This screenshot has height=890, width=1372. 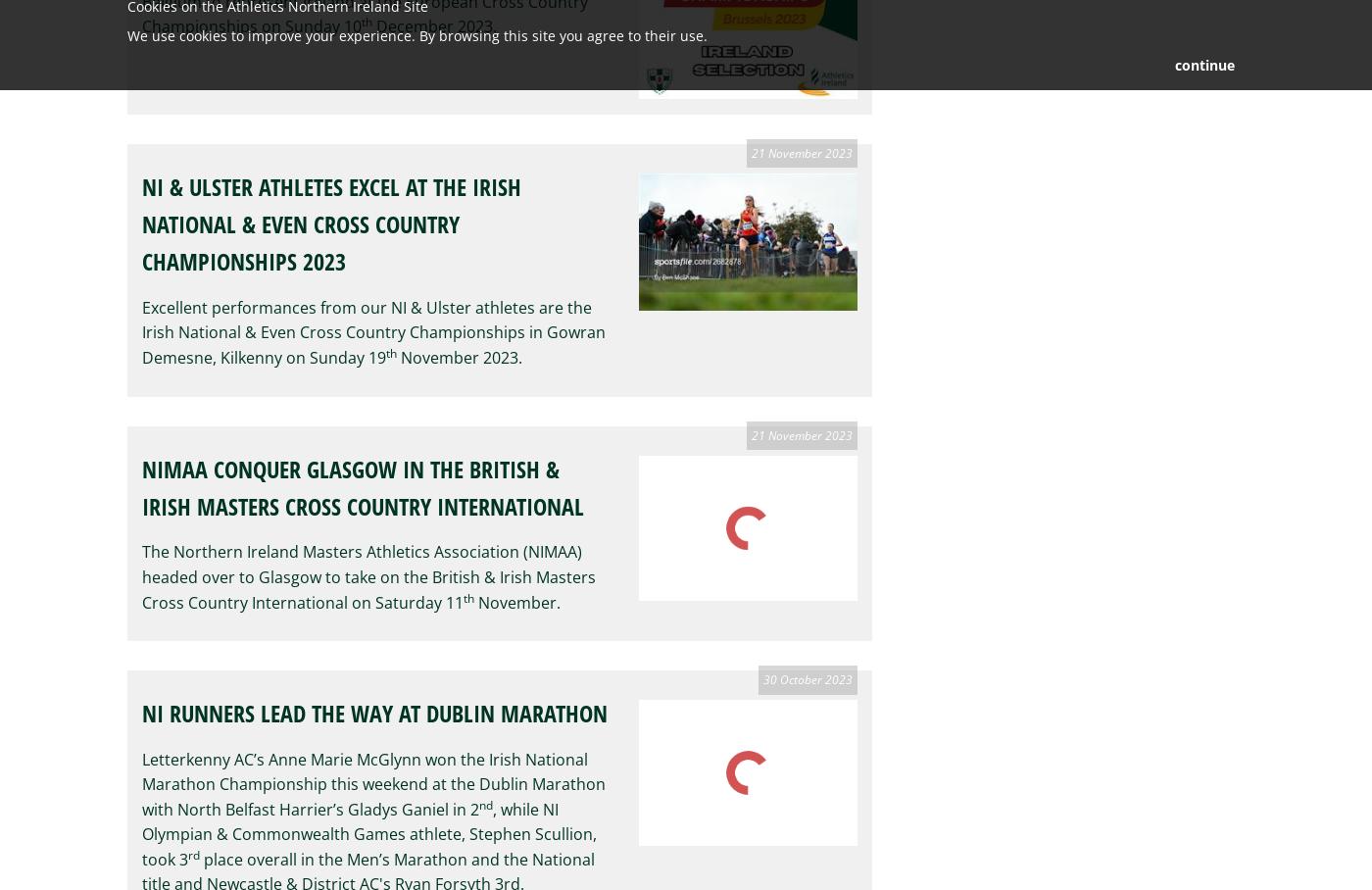 What do you see at coordinates (363, 486) in the screenshot?
I see `'NIMAA Conquer Glasgow in the British & Irish Masters Cross Country International'` at bounding box center [363, 486].